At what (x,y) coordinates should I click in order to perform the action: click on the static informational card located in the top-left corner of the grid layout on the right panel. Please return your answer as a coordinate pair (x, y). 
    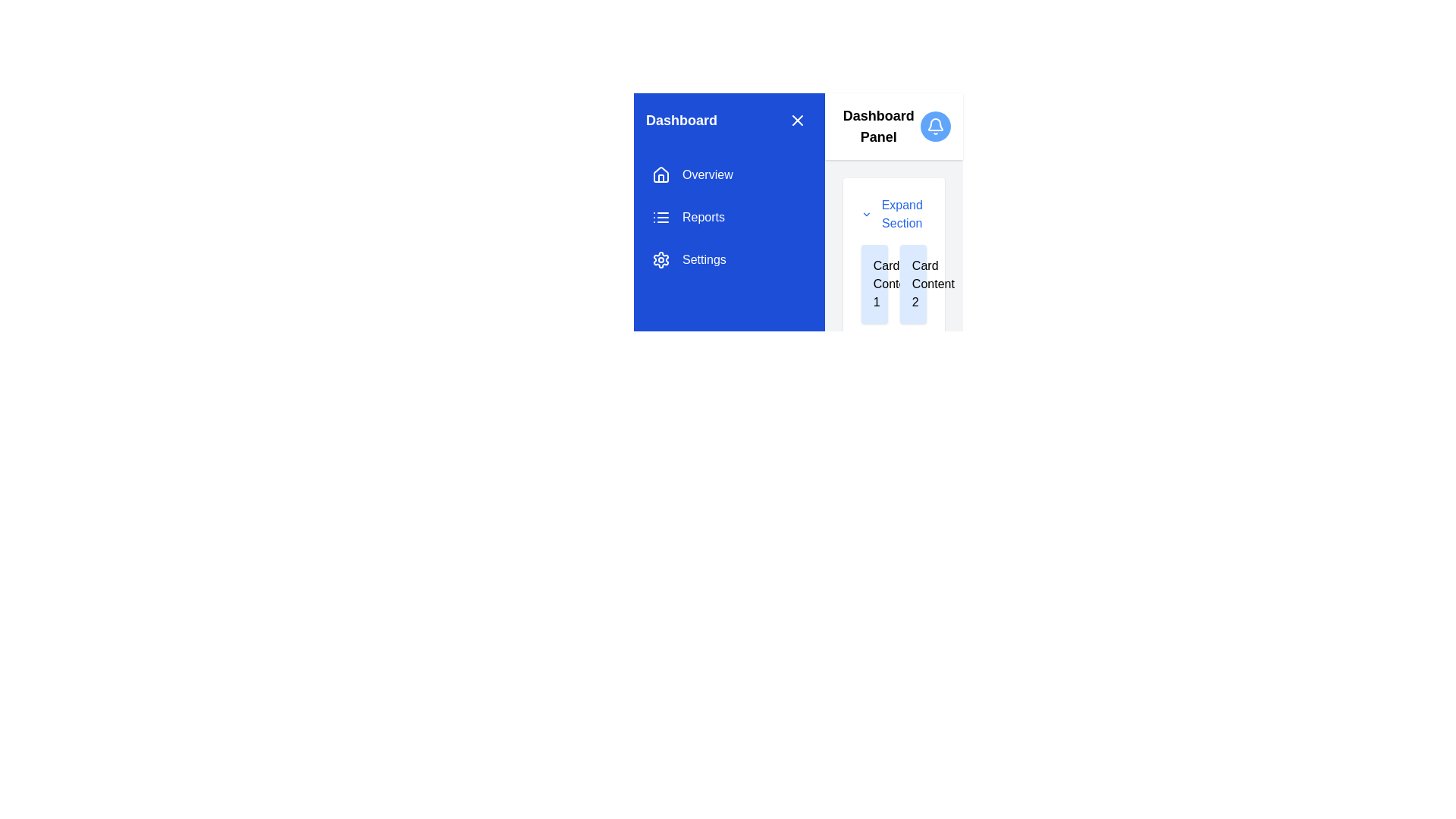
    Looking at the image, I should click on (874, 284).